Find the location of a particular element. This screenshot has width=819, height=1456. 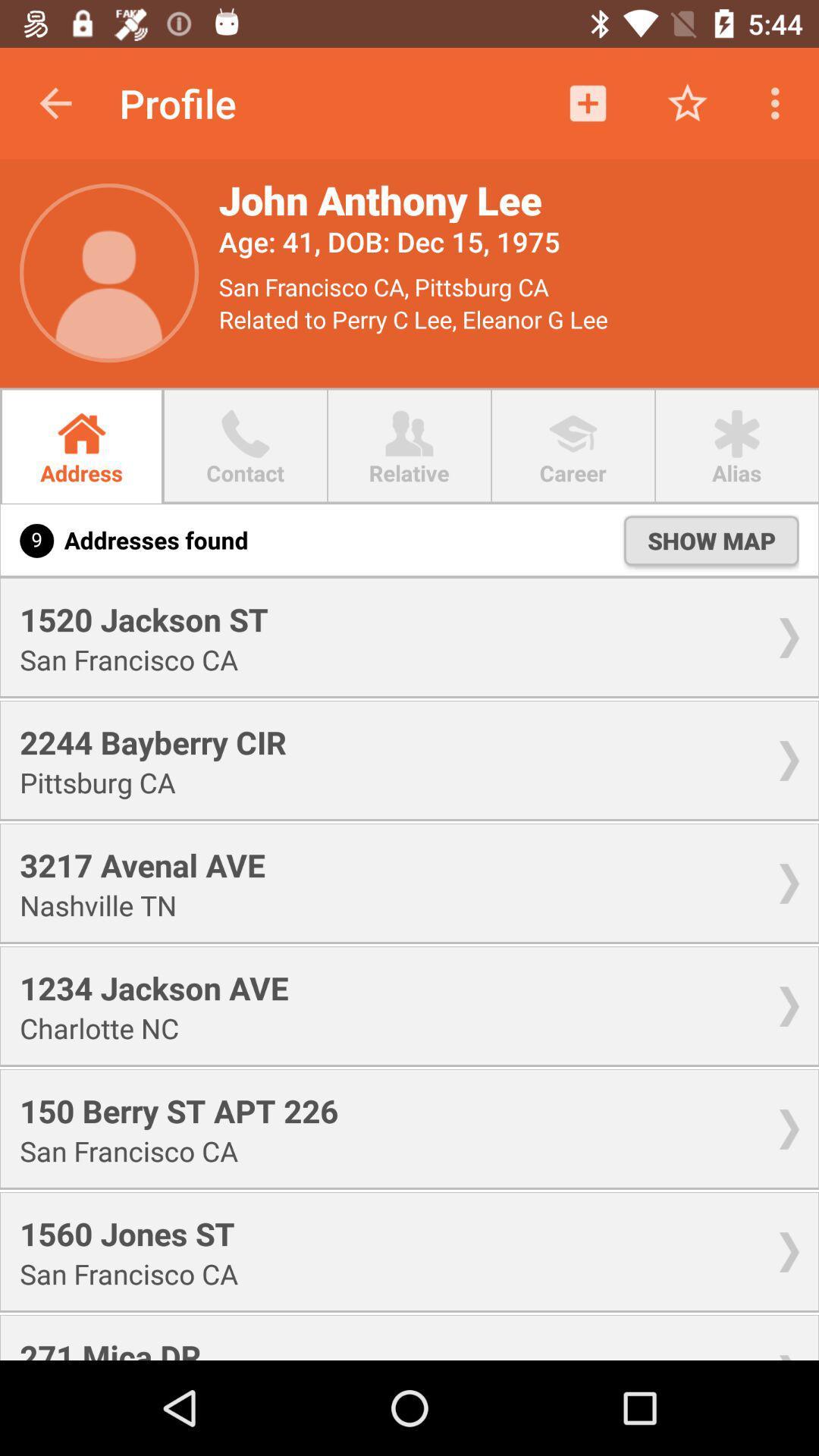

the  icon beside the star icon is located at coordinates (587, 103).